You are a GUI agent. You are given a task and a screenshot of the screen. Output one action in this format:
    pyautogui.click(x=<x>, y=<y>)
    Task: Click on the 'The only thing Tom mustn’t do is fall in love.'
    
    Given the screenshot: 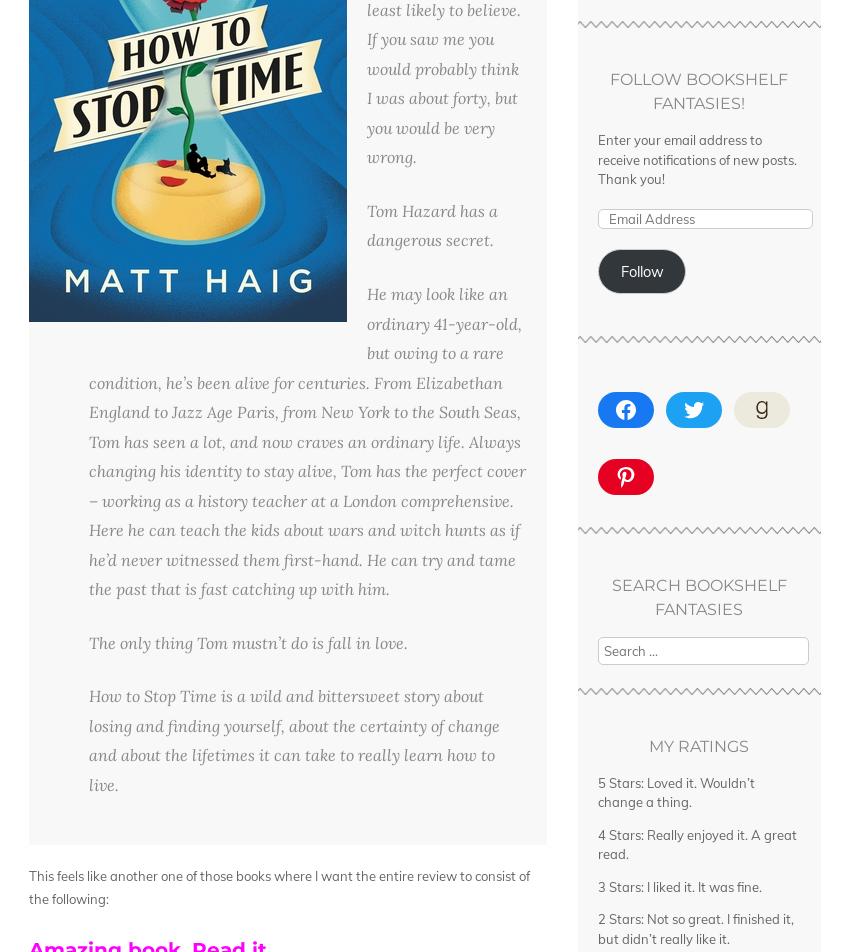 What is the action you would take?
    pyautogui.click(x=248, y=642)
    